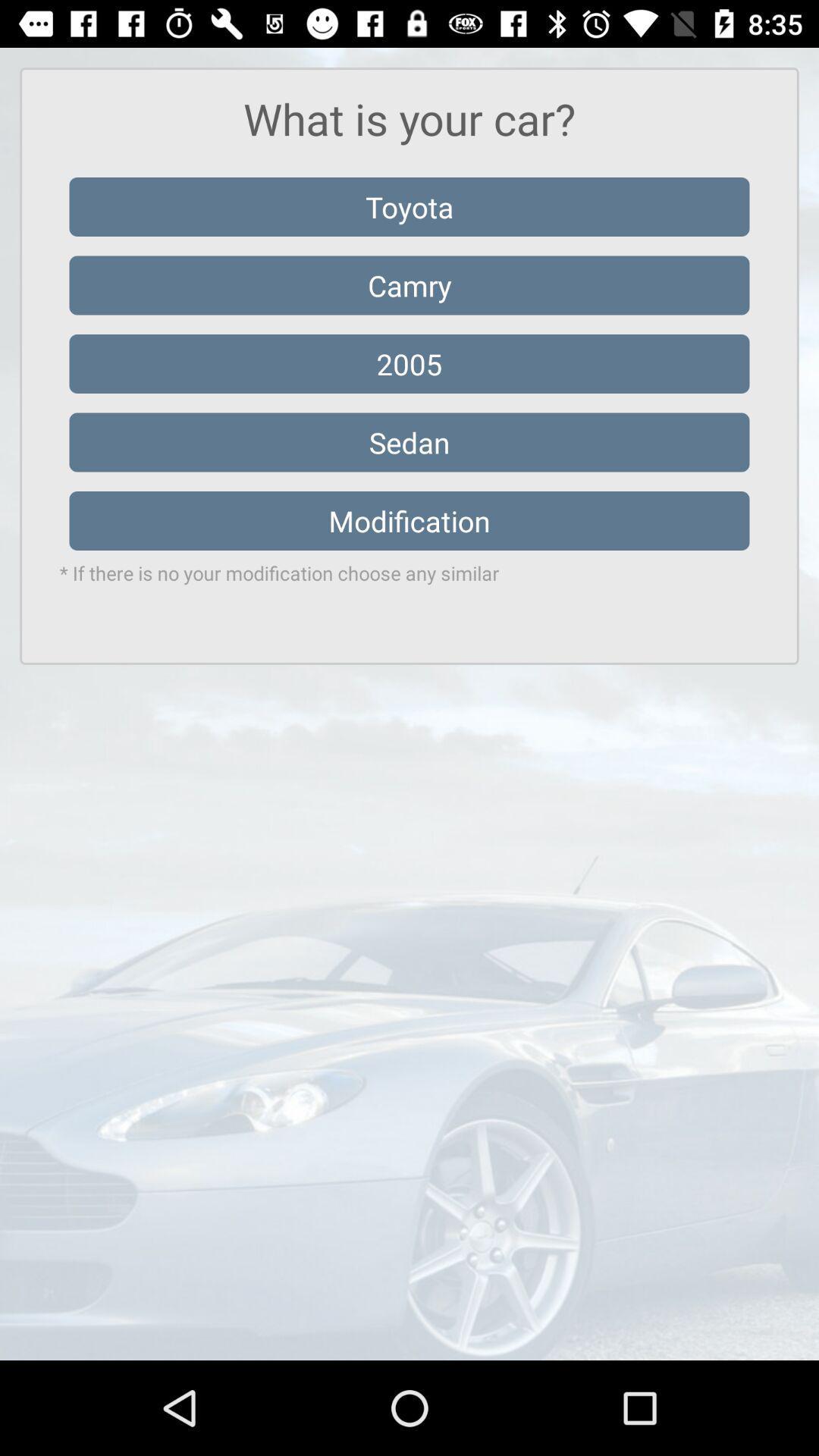 This screenshot has height=1456, width=819. Describe the element at coordinates (409, 206) in the screenshot. I see `the toyota` at that location.